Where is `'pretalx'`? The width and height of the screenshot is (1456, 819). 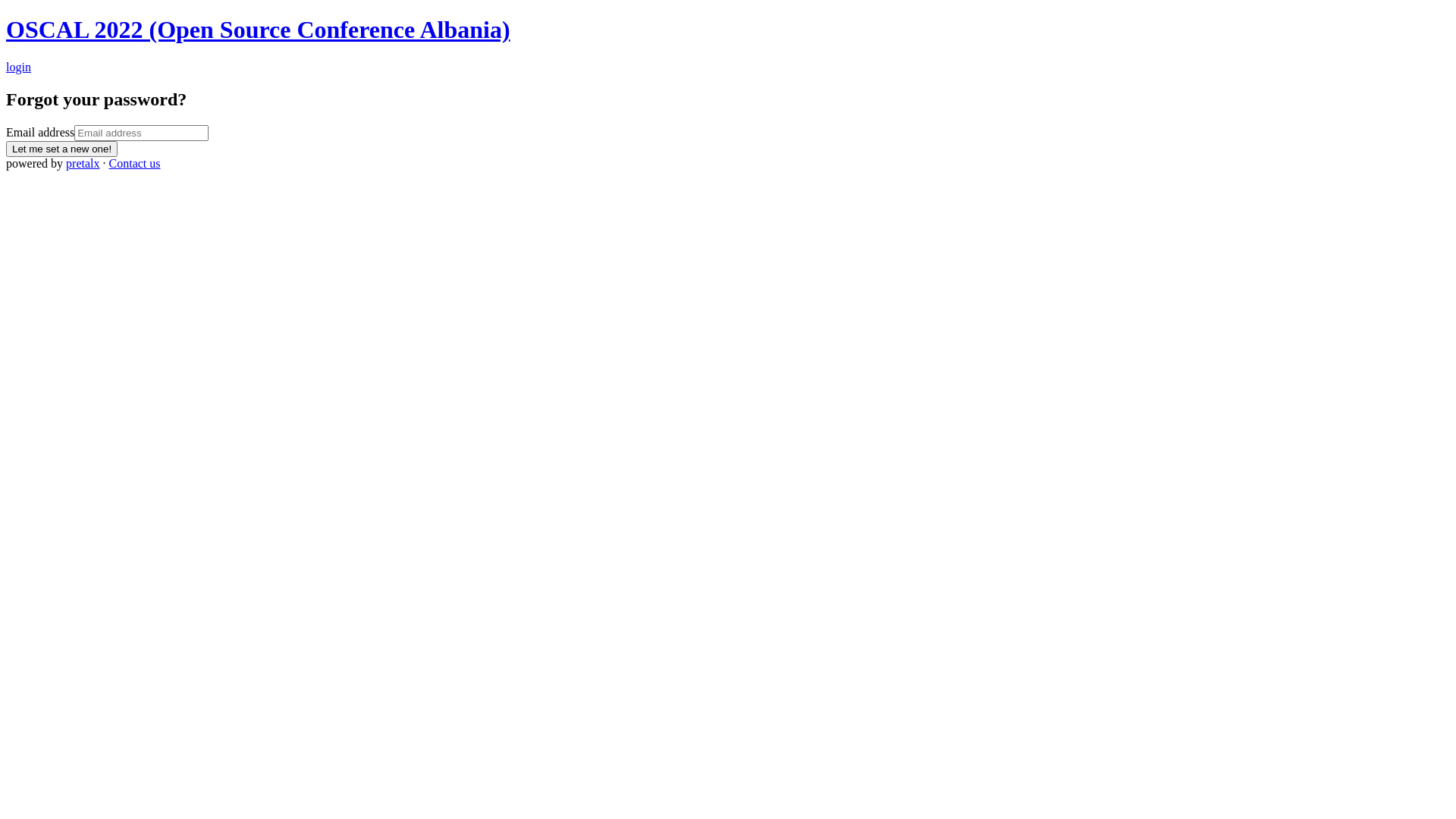 'pretalx' is located at coordinates (82, 163).